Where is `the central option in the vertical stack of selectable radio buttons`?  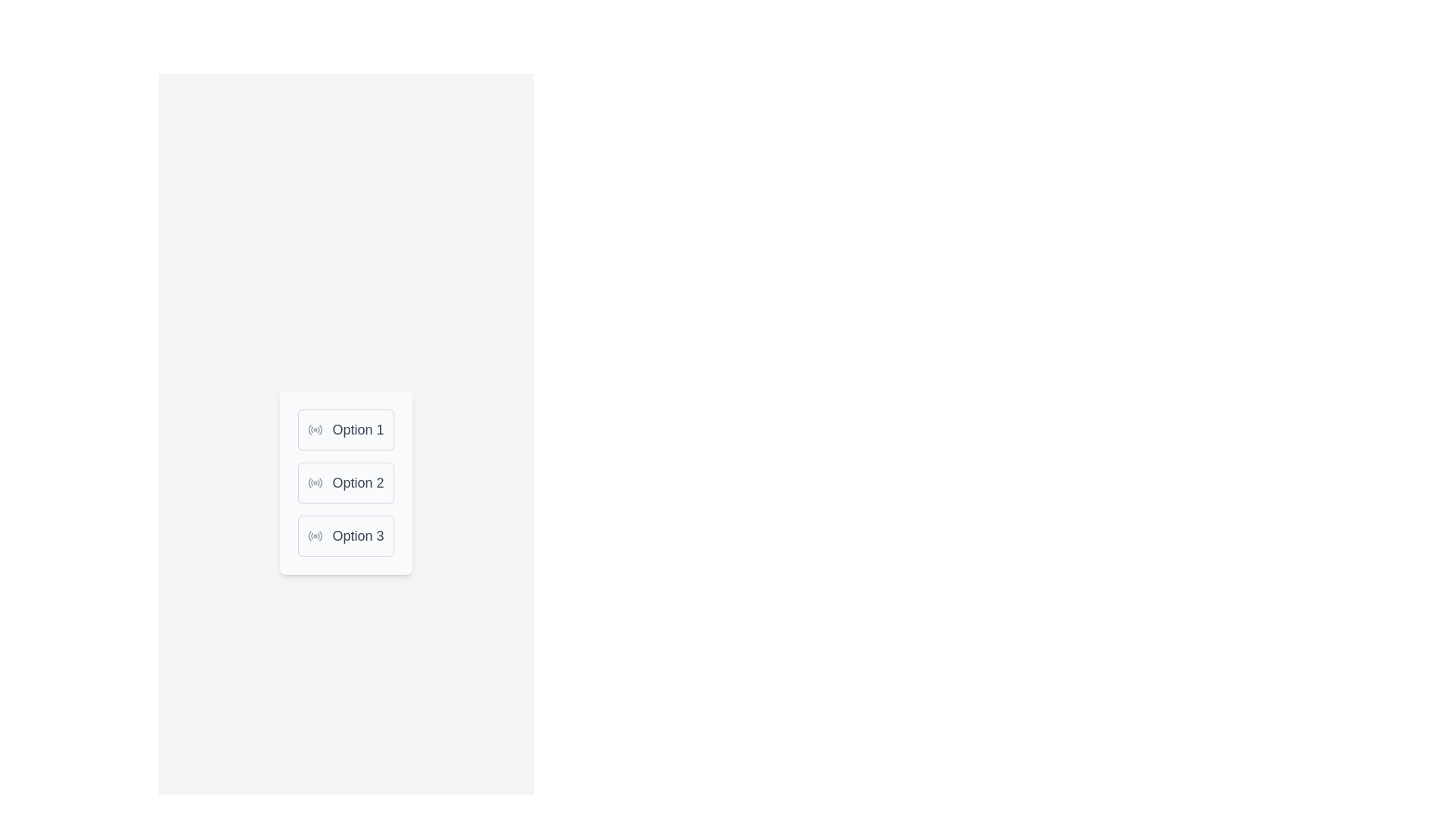
the central option in the vertical stack of selectable radio buttons is located at coordinates (345, 482).